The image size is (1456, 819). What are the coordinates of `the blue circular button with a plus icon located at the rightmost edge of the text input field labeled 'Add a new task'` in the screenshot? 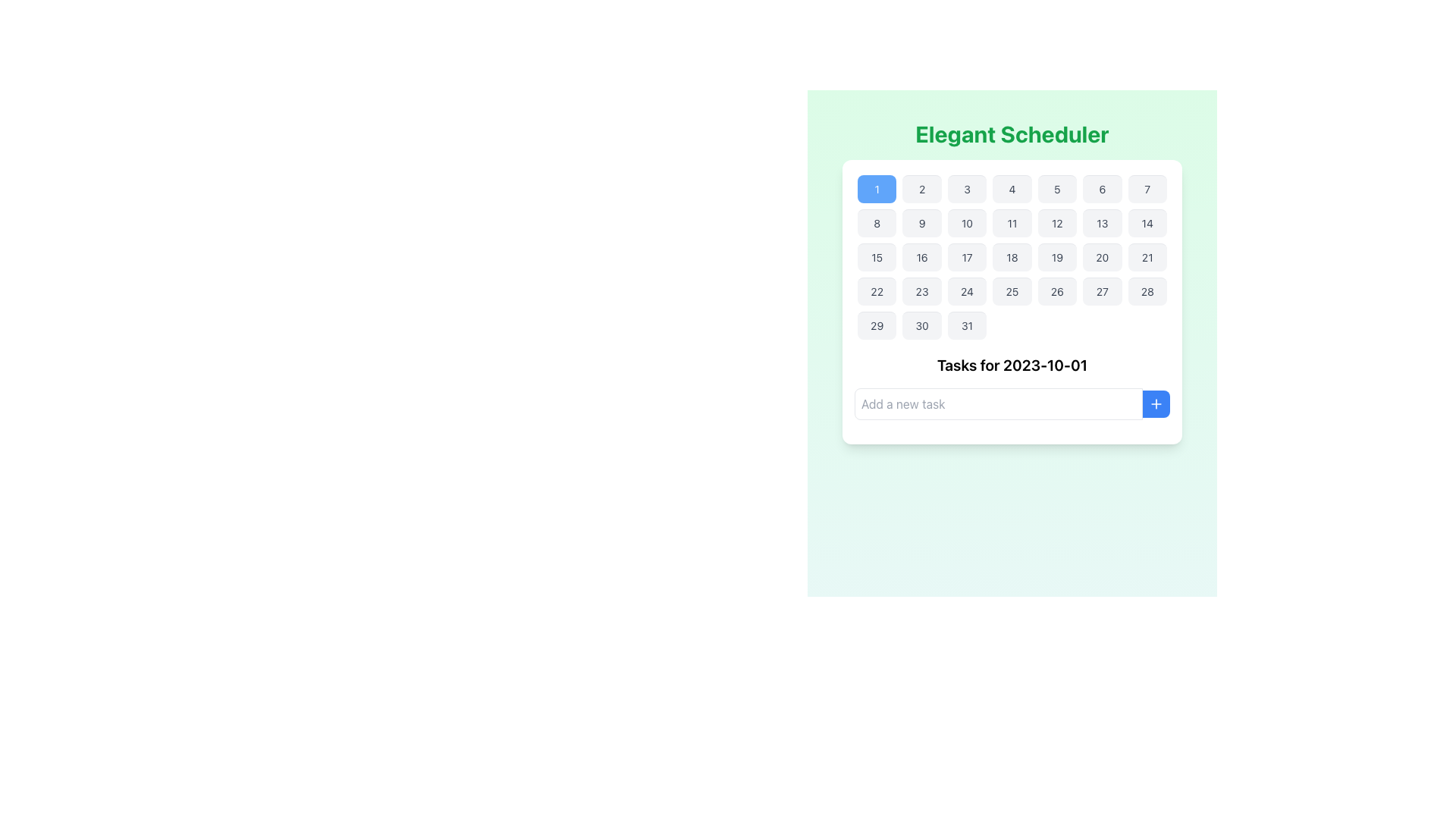 It's located at (1156, 403).